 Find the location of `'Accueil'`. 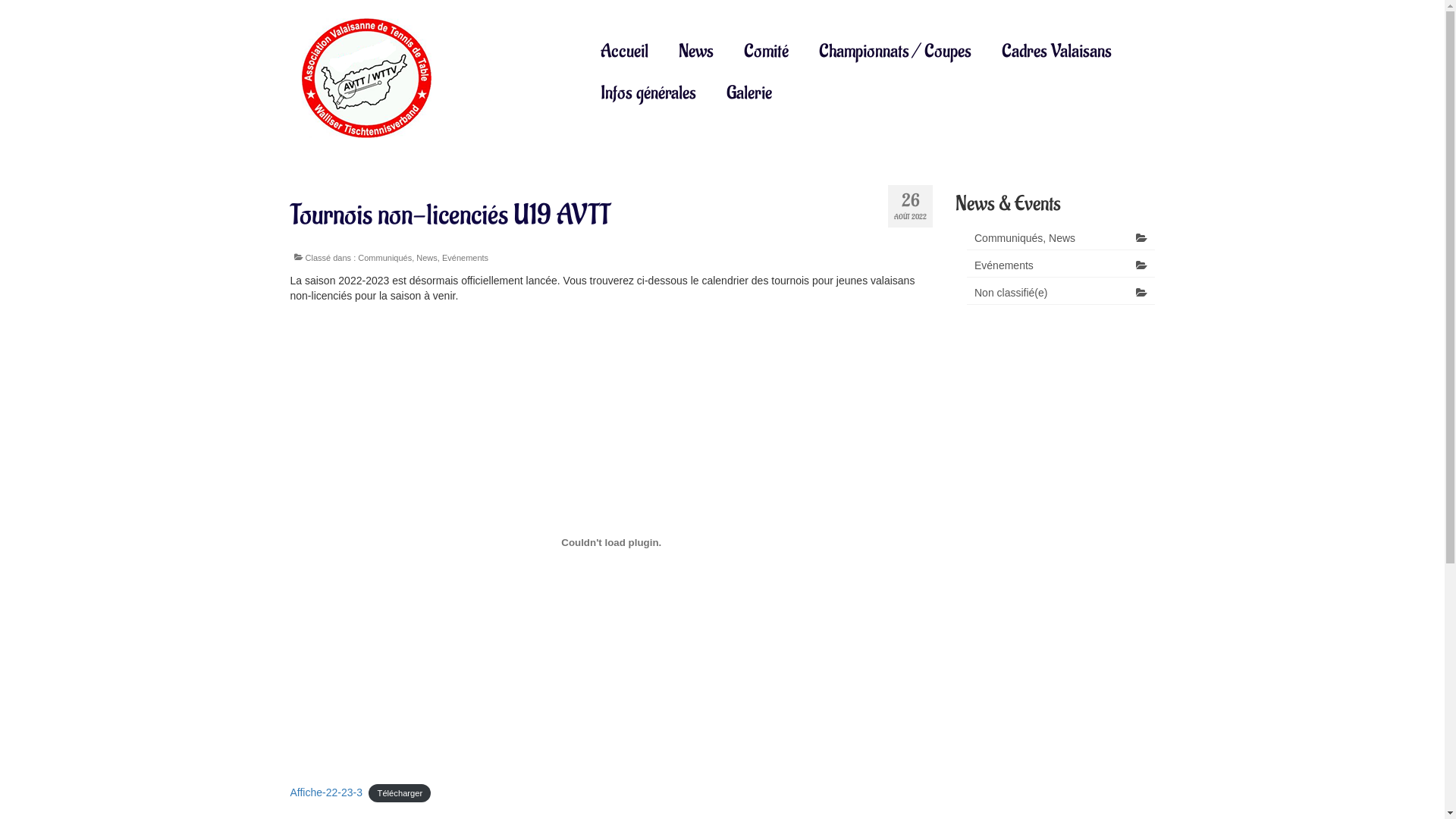

'Accueil' is located at coordinates (624, 50).